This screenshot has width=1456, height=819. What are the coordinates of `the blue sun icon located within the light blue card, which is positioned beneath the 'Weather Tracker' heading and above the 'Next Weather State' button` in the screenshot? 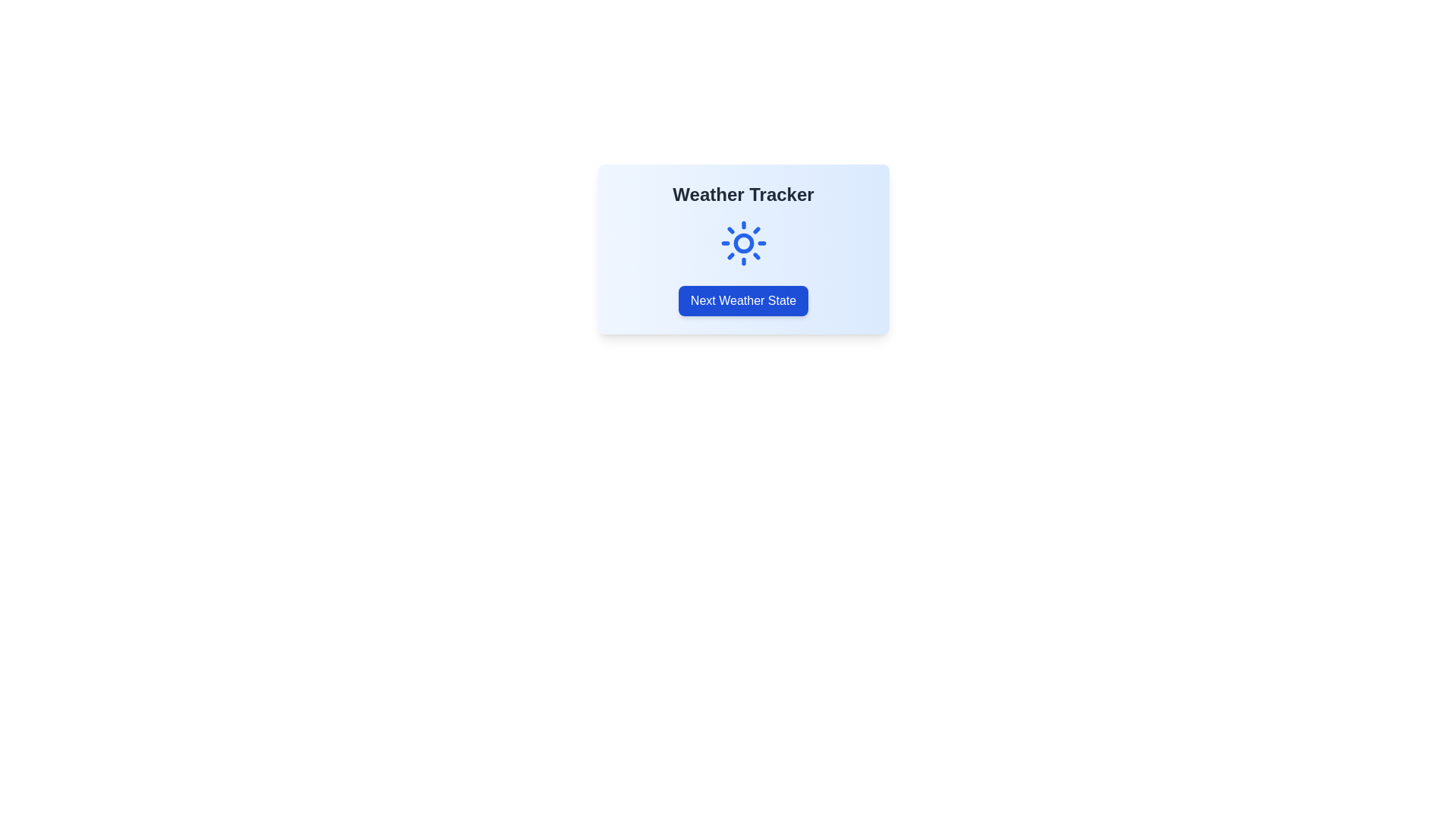 It's located at (743, 242).